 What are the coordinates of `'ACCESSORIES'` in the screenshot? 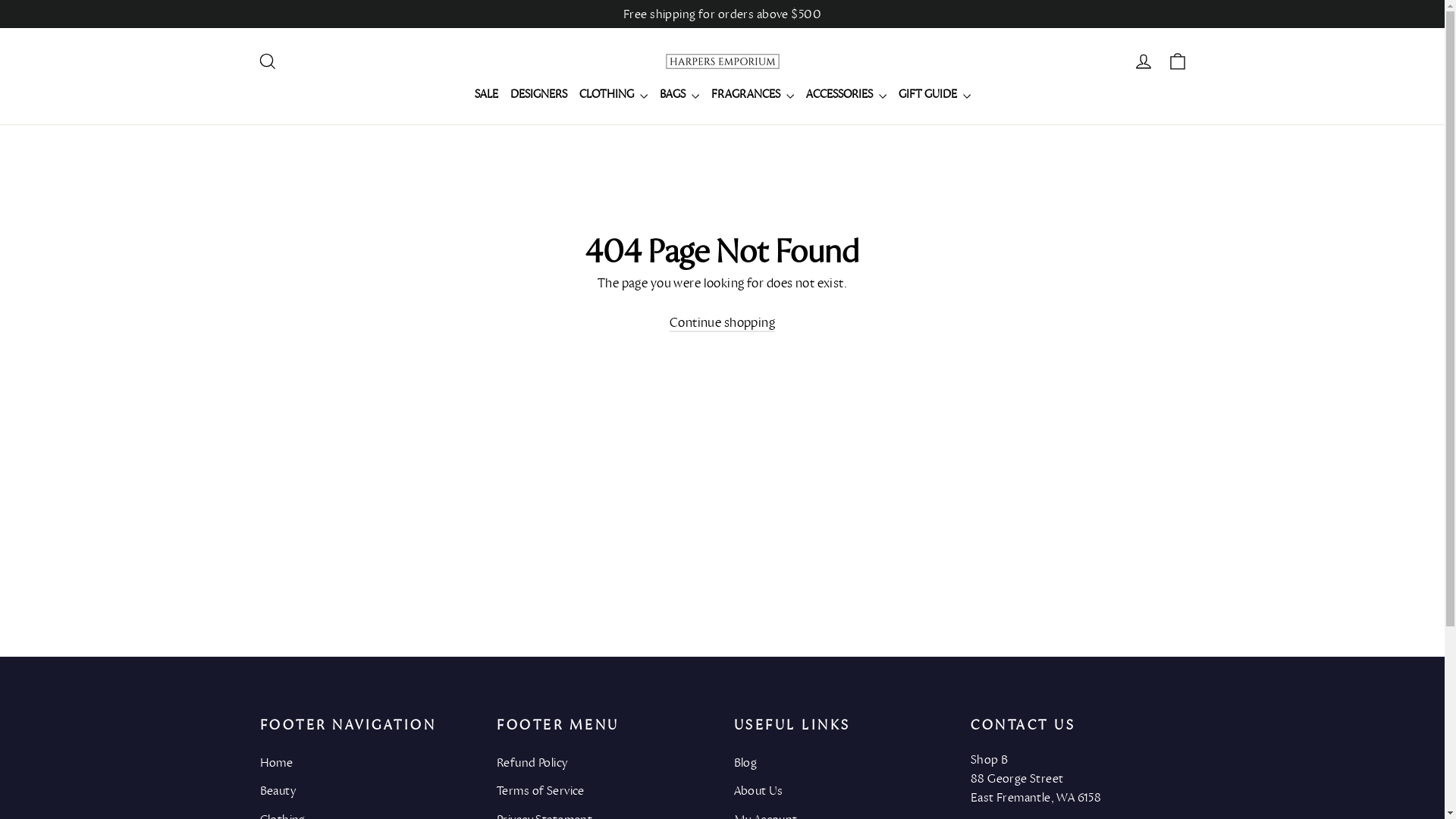 It's located at (844, 94).